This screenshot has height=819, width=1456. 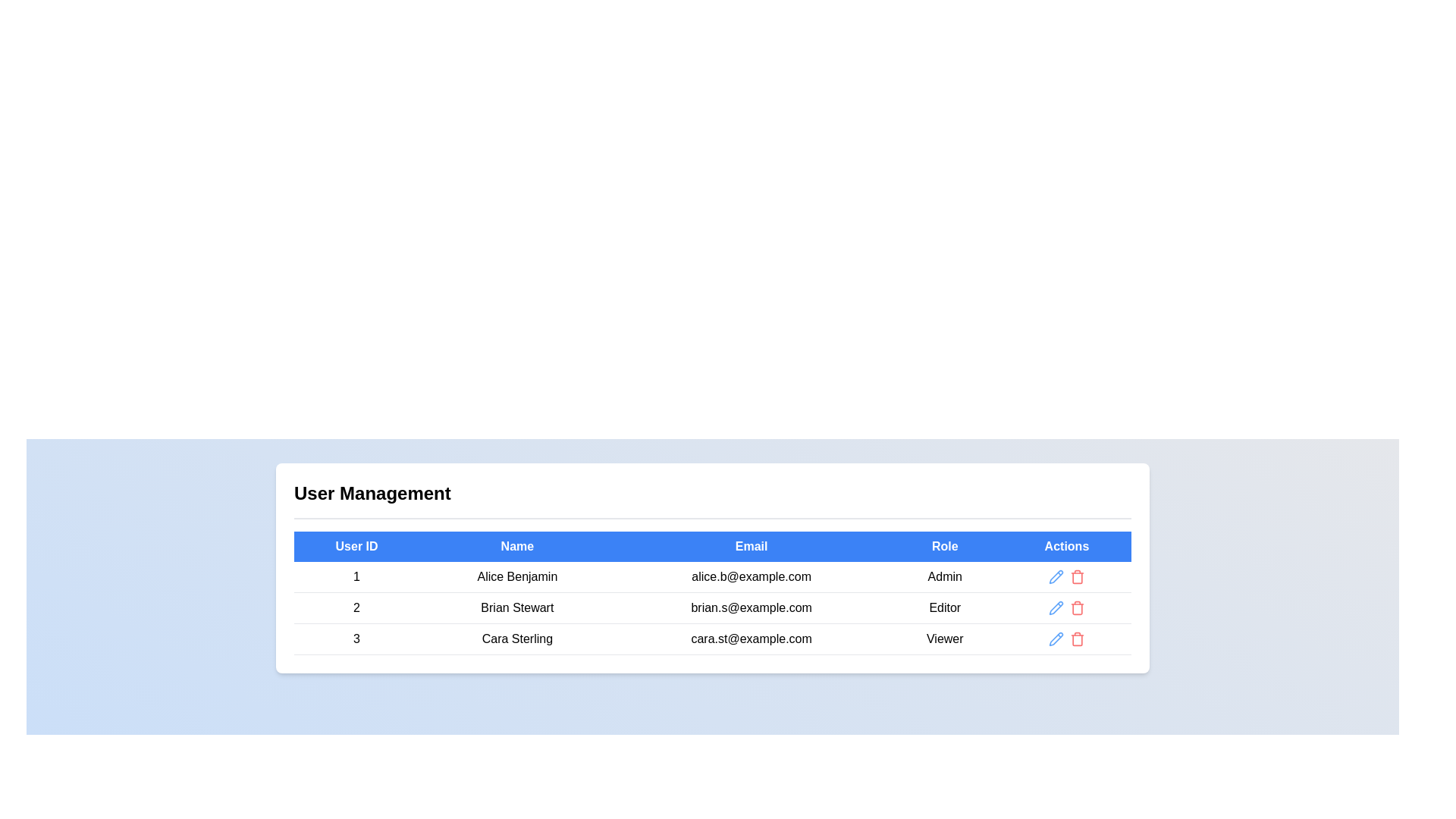 What do you see at coordinates (1076, 639) in the screenshot?
I see `the delete button located in the 'Actions' column of the last row in the 'User Management' table` at bounding box center [1076, 639].